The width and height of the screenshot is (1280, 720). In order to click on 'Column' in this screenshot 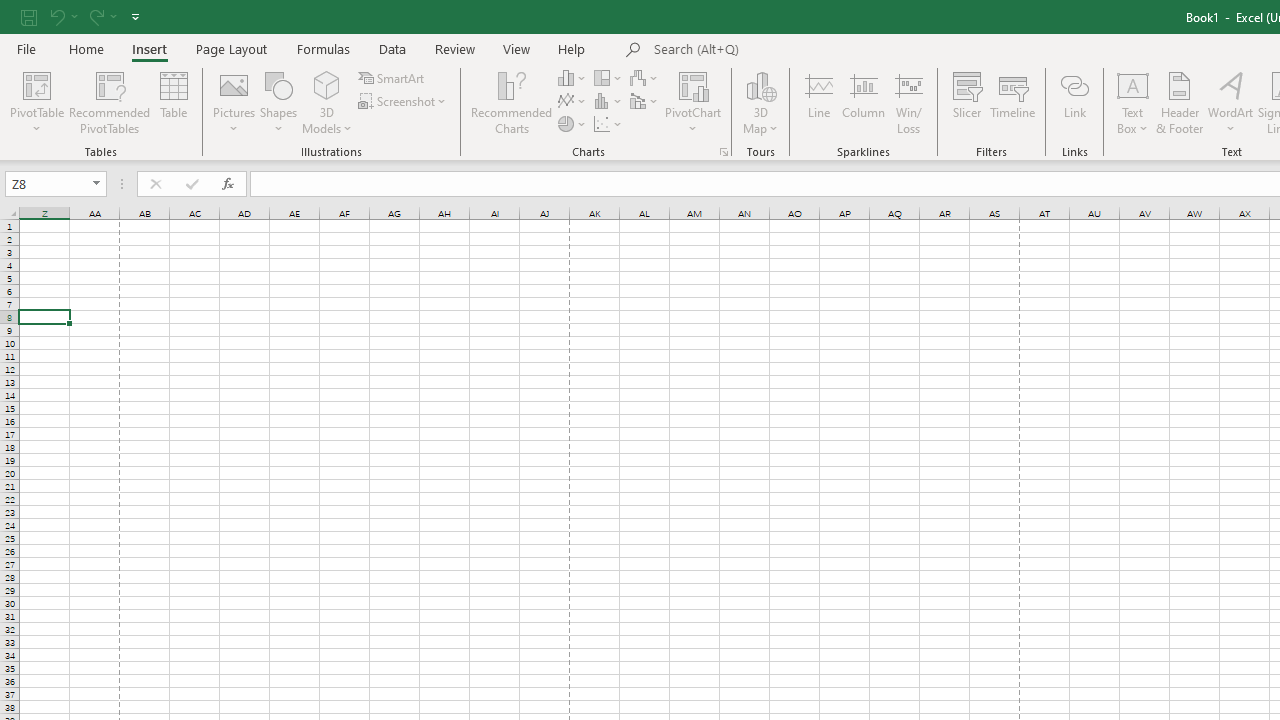, I will do `click(864, 103)`.